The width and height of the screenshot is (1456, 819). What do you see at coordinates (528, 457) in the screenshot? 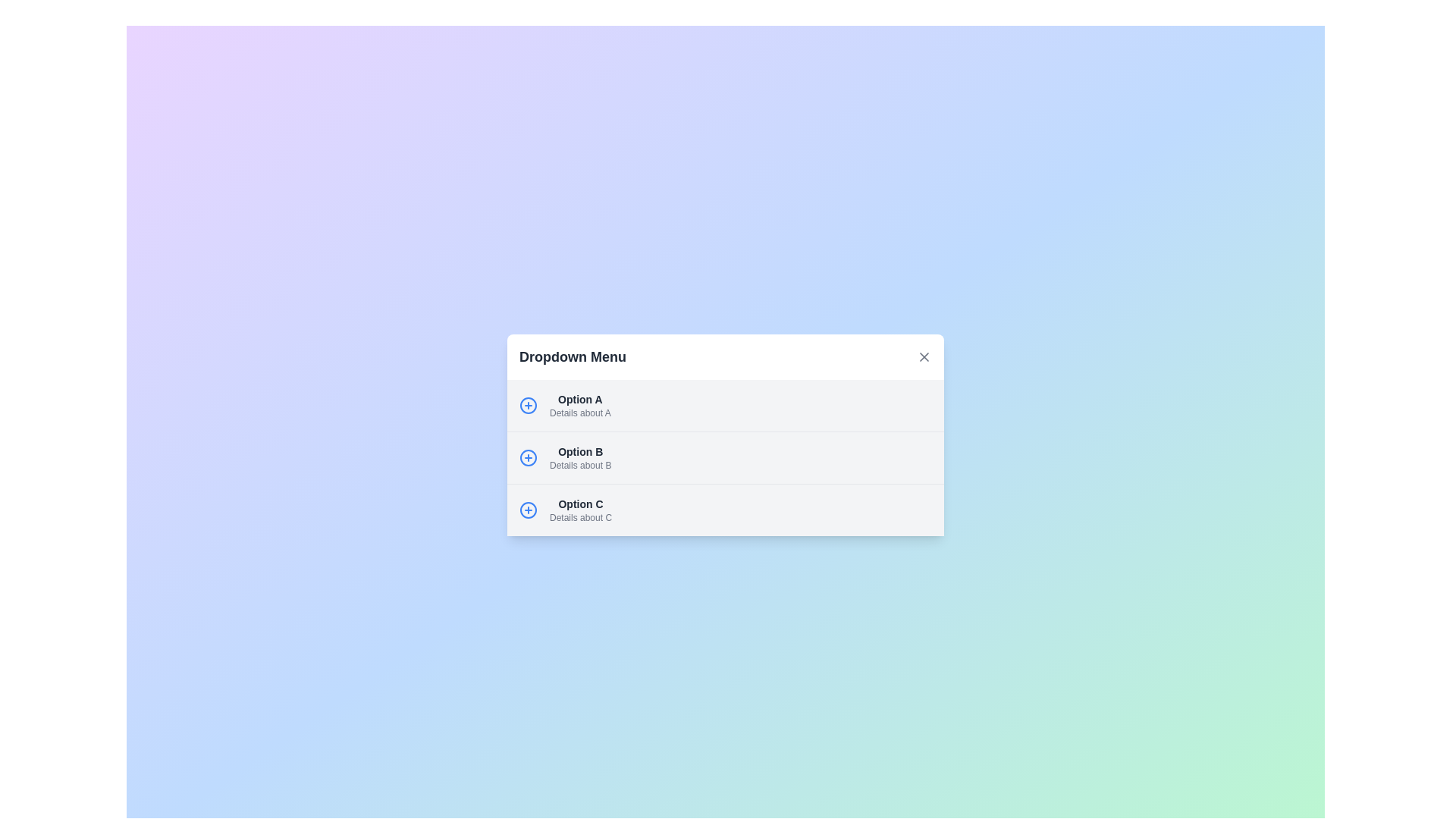
I see `the circular blue button with a plus sign located to the left of 'Option B' in the dropdown menu` at bounding box center [528, 457].